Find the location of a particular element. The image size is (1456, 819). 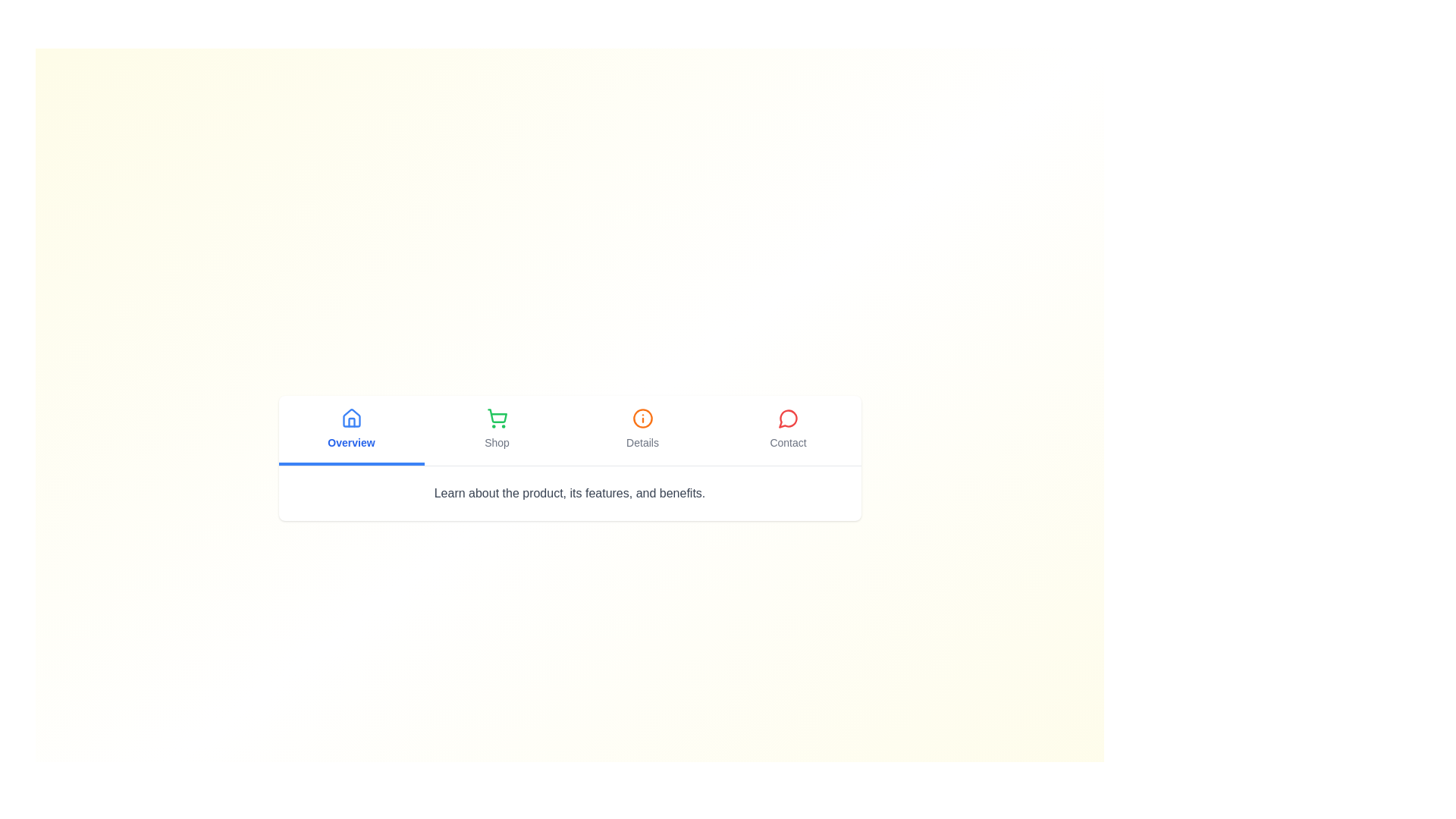

the Details tab to observe its hover effect is located at coordinates (642, 430).